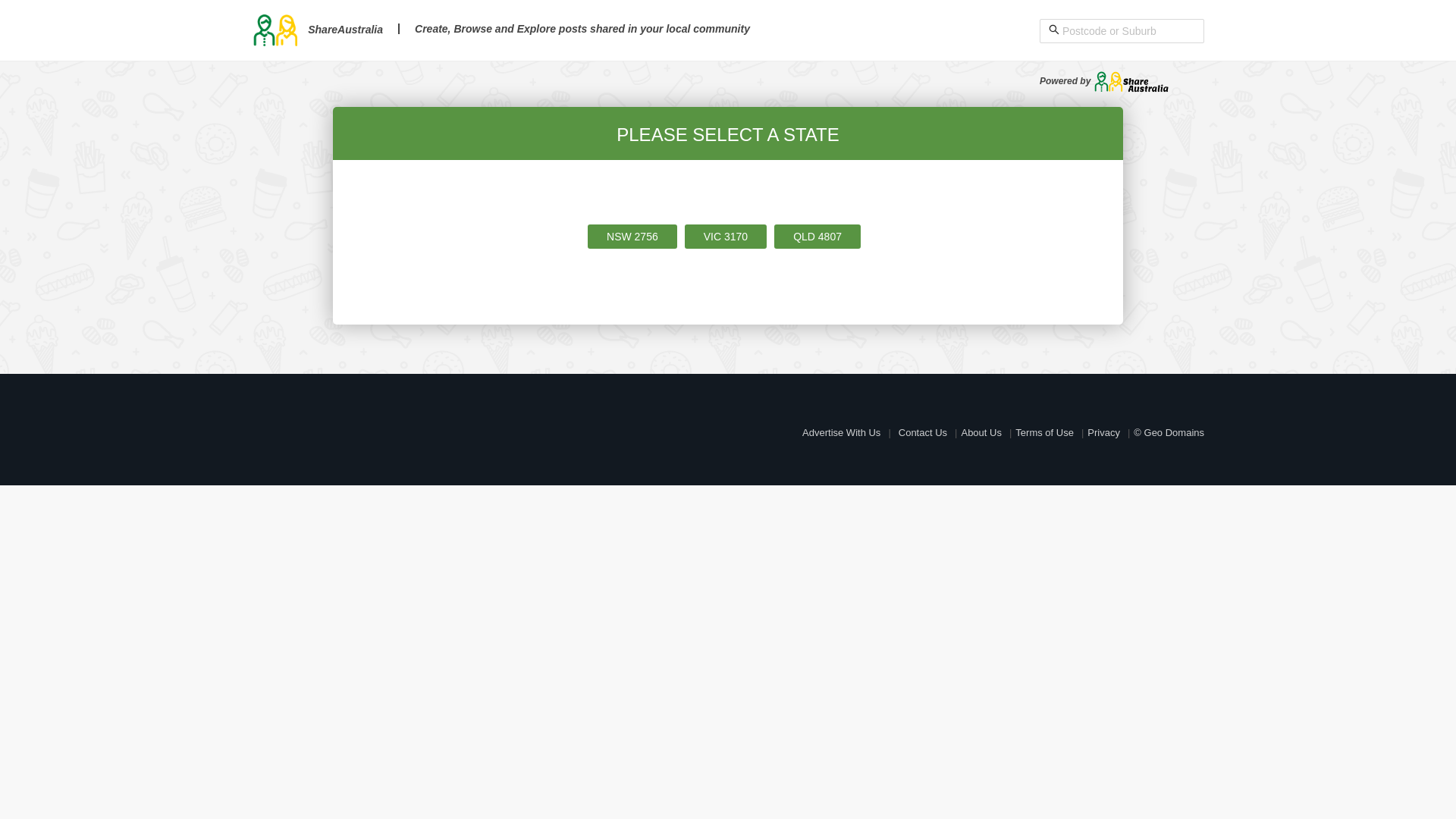  Describe the element at coordinates (316, 29) in the screenshot. I see `'ShareAustralia'` at that location.